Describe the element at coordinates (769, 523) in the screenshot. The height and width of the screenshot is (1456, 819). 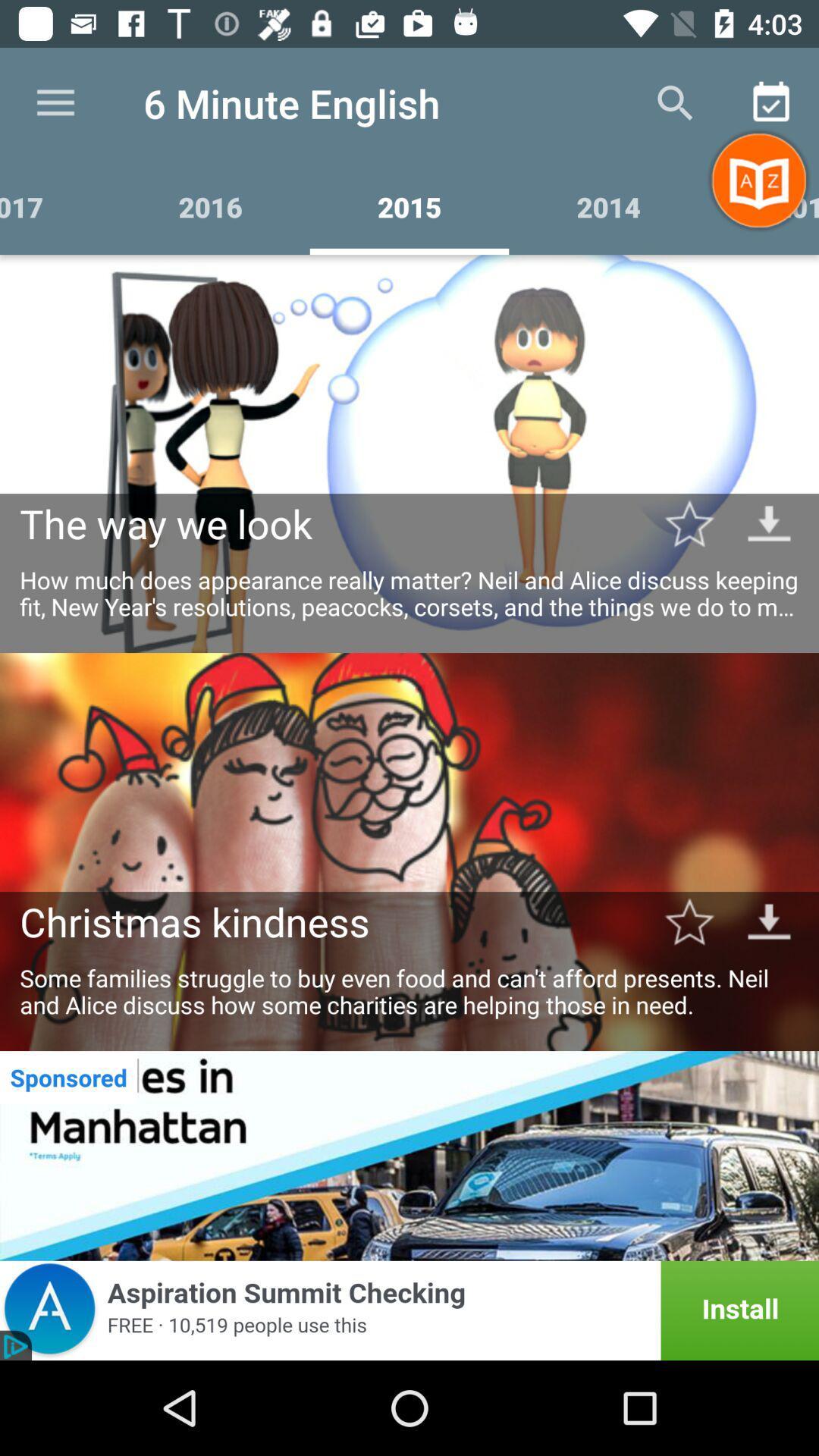
I see `the download symbol which is beside the way we look` at that location.